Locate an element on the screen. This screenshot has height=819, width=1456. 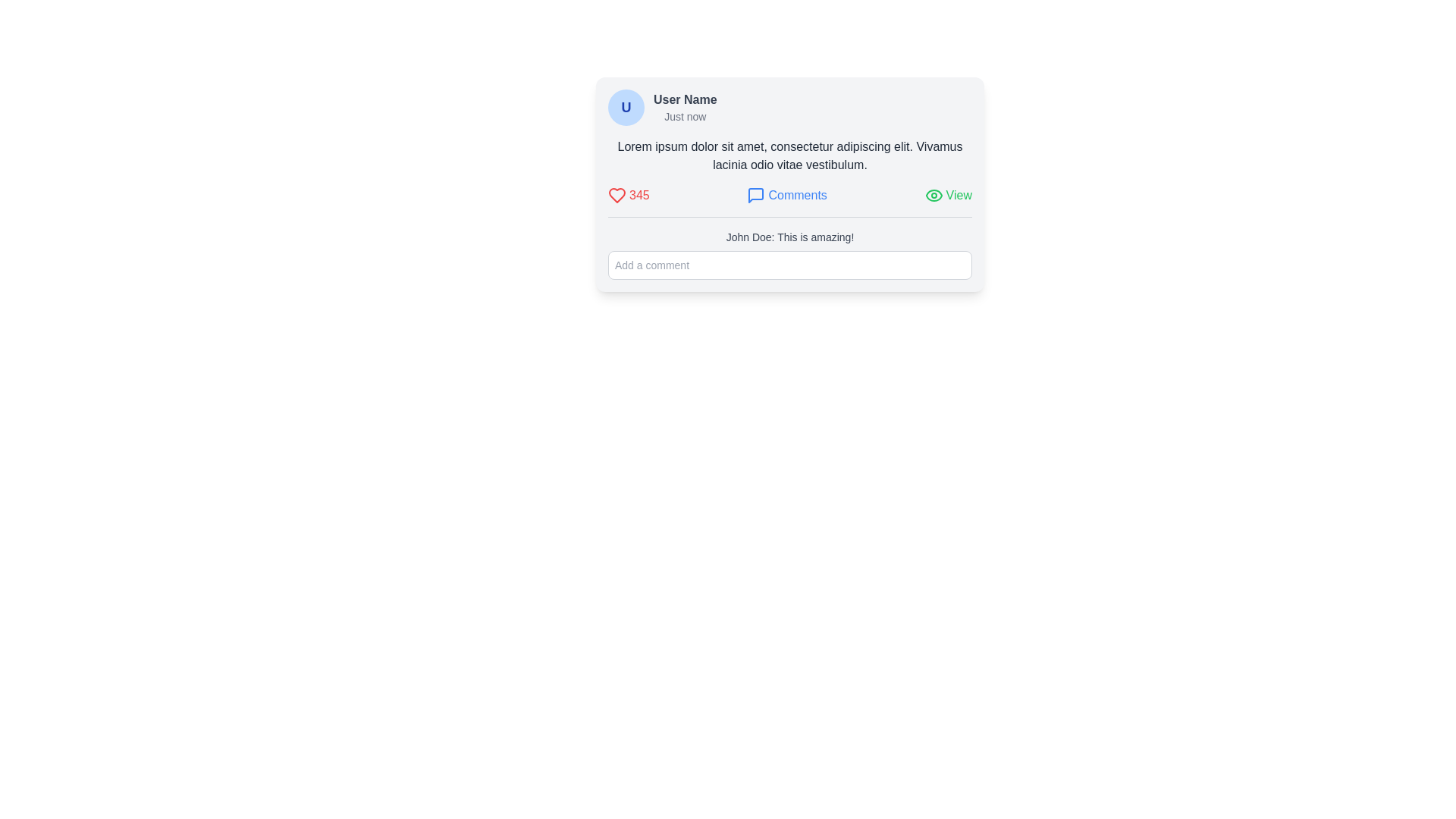
the blue speech bubble icon representing comments, located to the right of the 'Comments' text, to explore any available context menu is located at coordinates (756, 195).